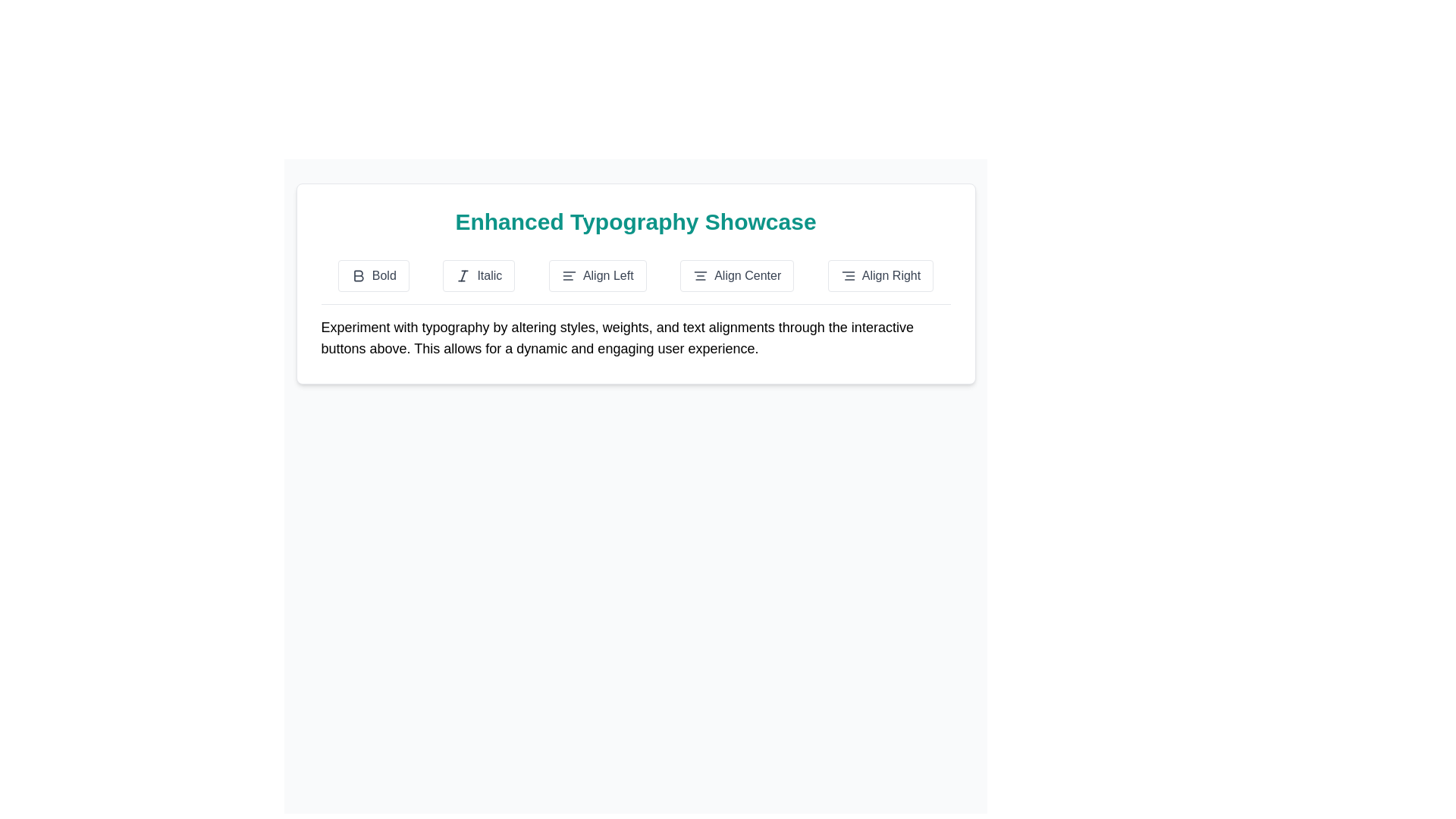 The width and height of the screenshot is (1456, 819). I want to click on the 'Align Right' icon located within the last button of the alignment series, so click(847, 275).